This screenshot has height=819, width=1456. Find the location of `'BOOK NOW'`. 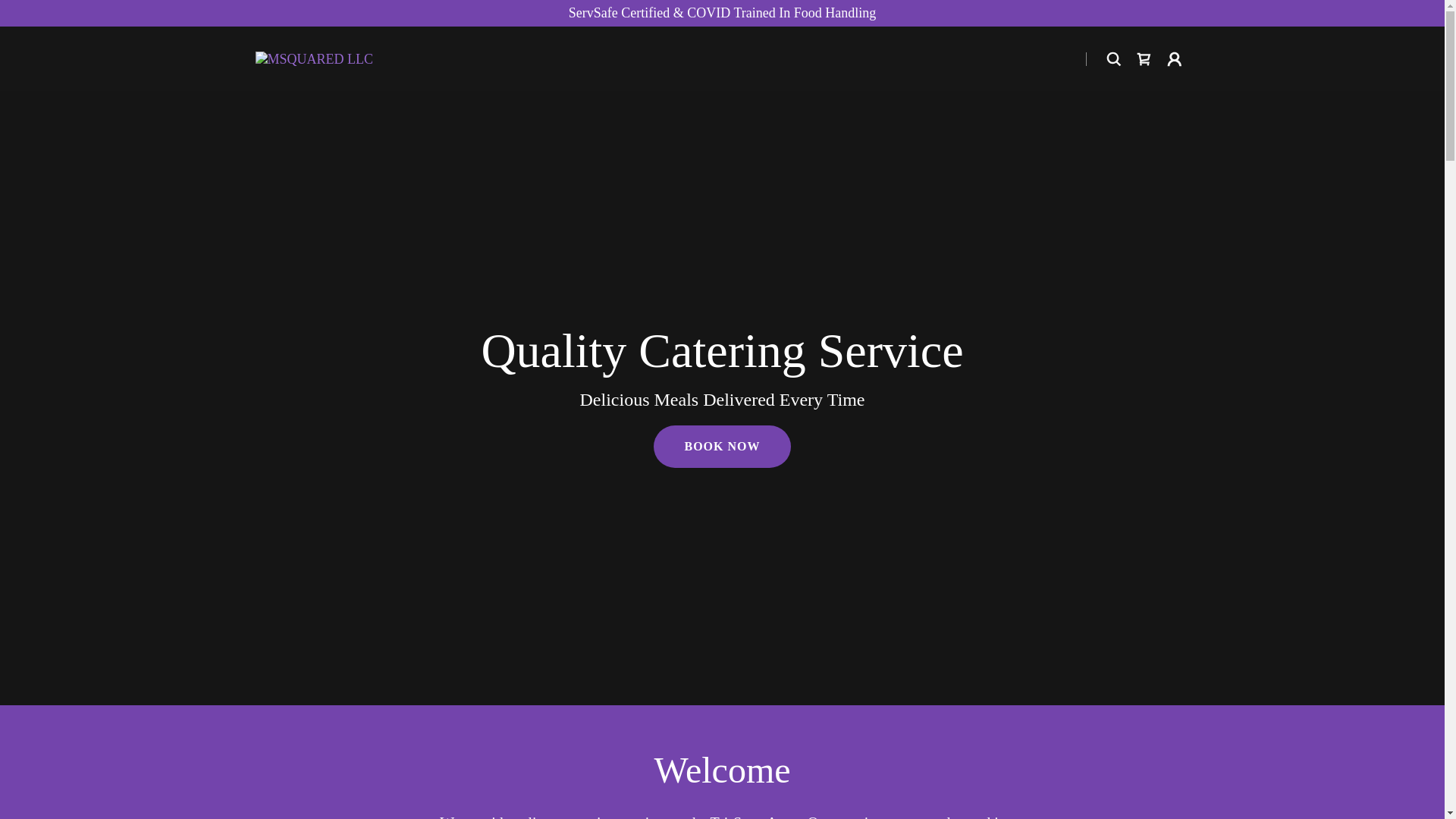

'BOOK NOW' is located at coordinates (654, 446).